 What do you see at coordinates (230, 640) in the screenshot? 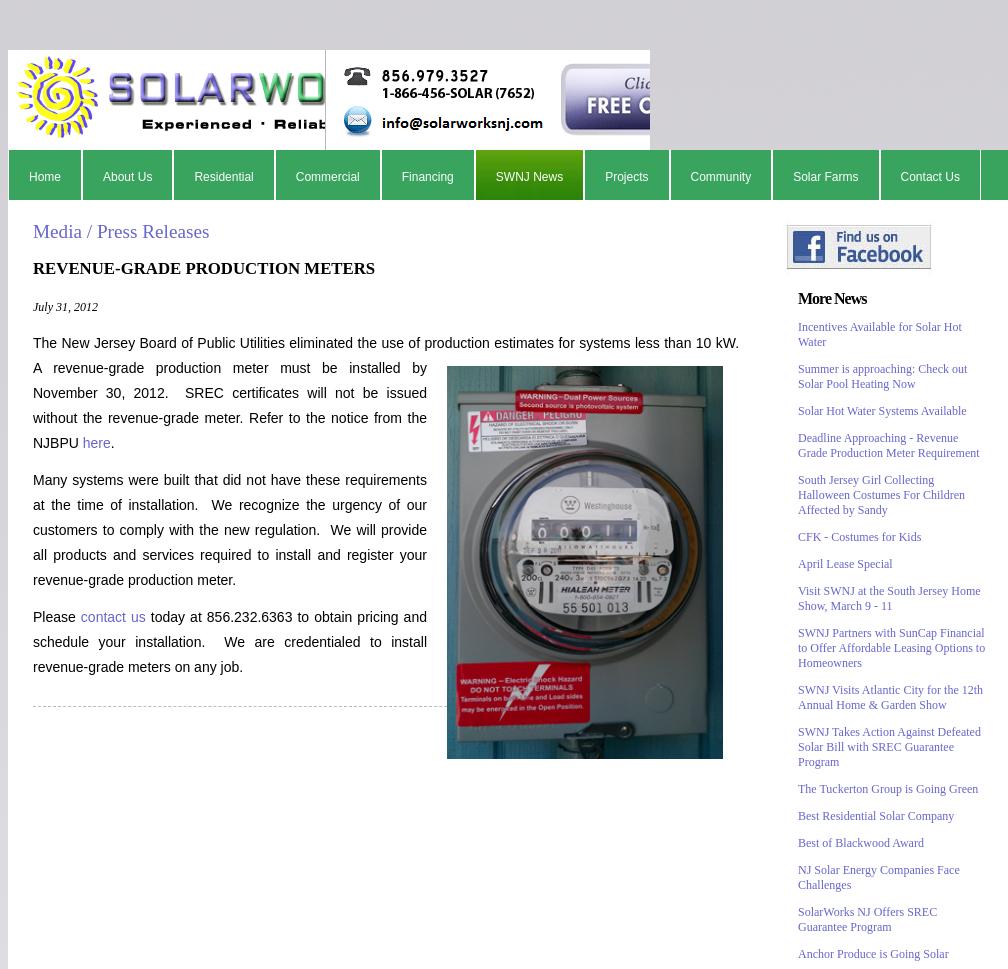
I see `'today at 856.232.6363 to obtain pricing and schedule your installation.  We are credentialed to install revenue-grade meters on any job.'` at bounding box center [230, 640].